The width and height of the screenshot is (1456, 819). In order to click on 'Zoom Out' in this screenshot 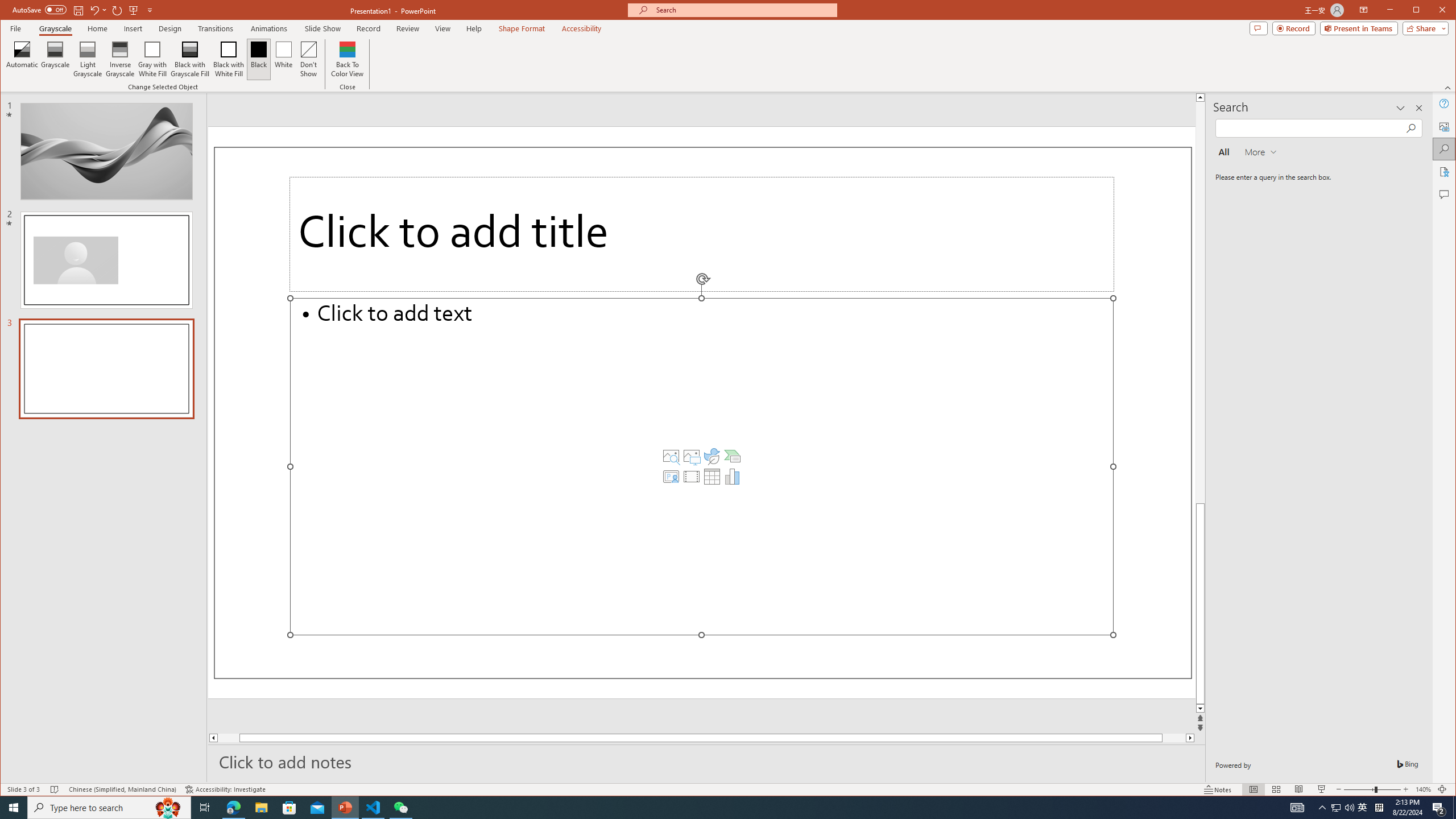, I will do `click(1358, 789)`.